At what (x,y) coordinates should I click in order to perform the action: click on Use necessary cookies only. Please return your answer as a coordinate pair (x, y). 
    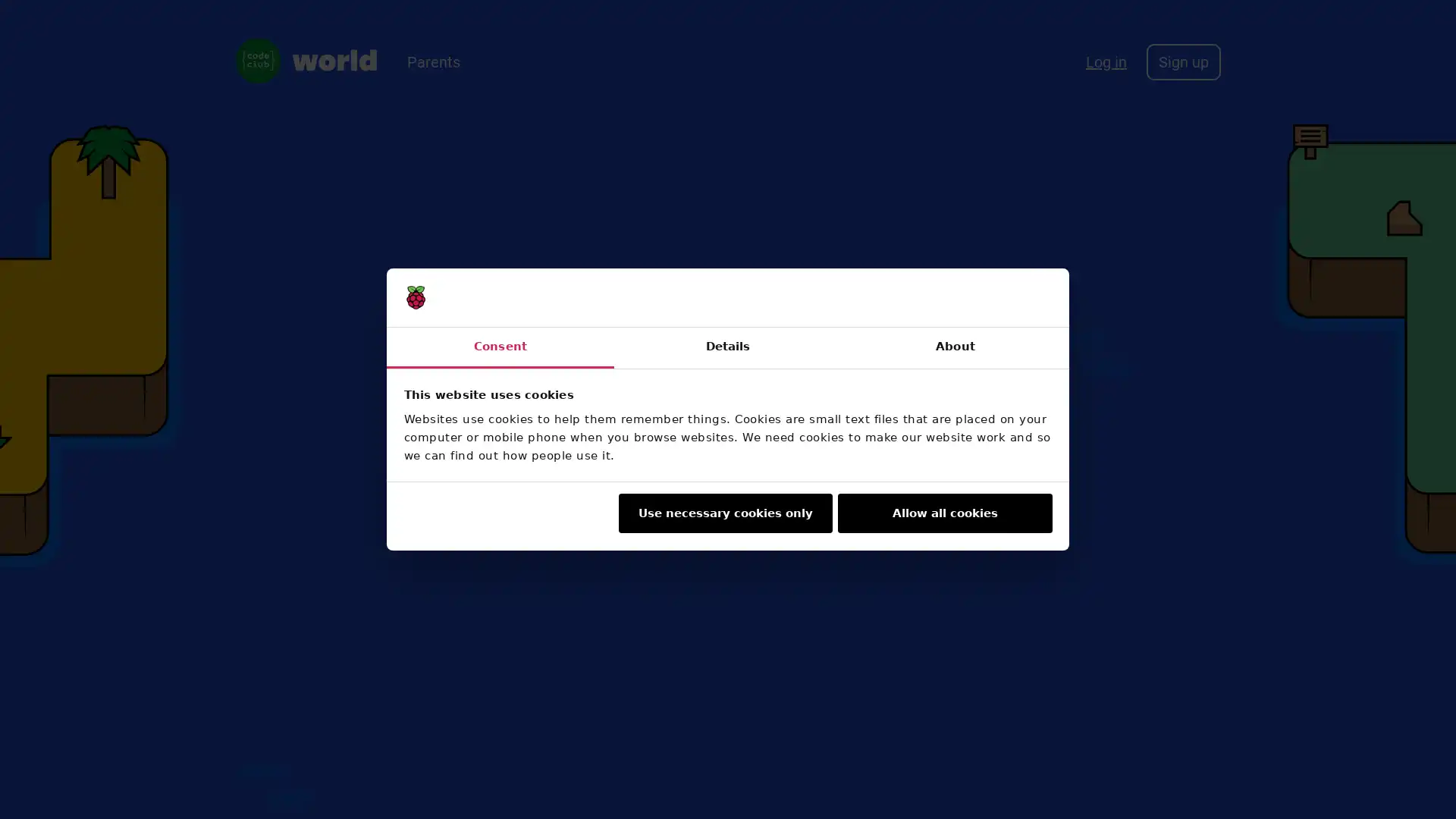
    Looking at the image, I should click on (723, 513).